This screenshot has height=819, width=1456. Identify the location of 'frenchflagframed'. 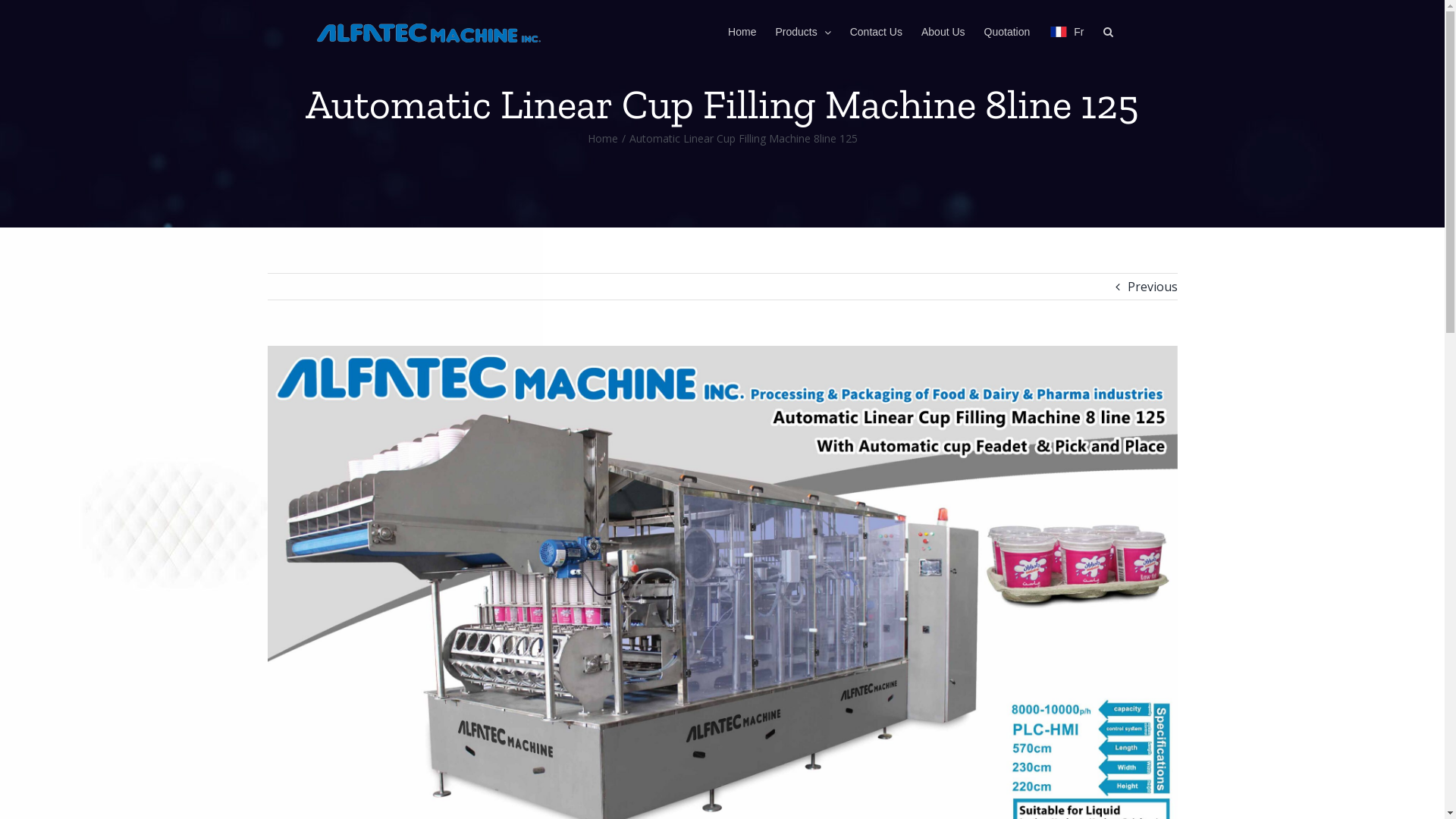
(1058, 32).